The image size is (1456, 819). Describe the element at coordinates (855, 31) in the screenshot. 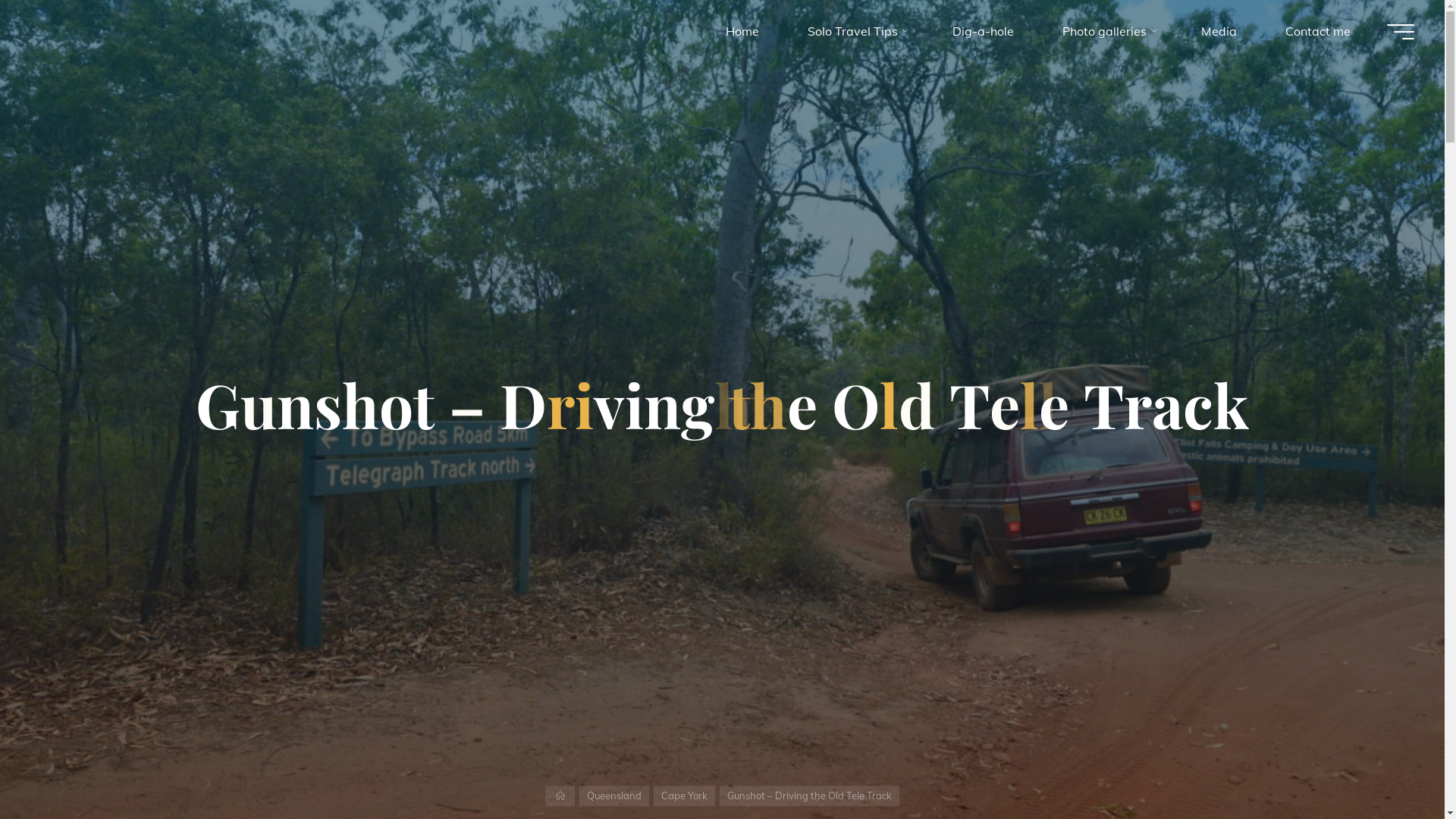

I see `'Solo Travel Tips'` at that location.